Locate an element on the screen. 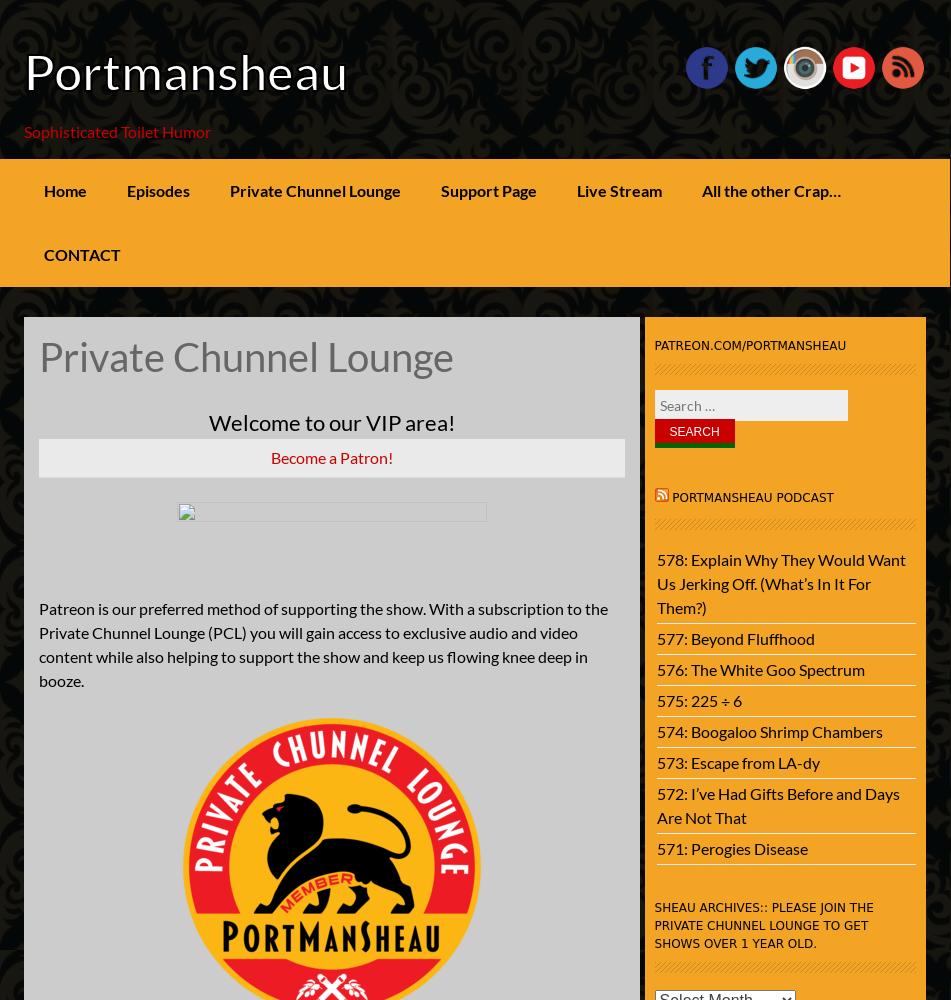 The image size is (951, 1000). 'Patreon is our preferred method of supporting the show. With a subscription to the Private Chunnel Lounge (PCL) you will gain access to exclusive audio and video content while also helping to support the show and keep us flowing knee deep in booze.' is located at coordinates (322, 644).